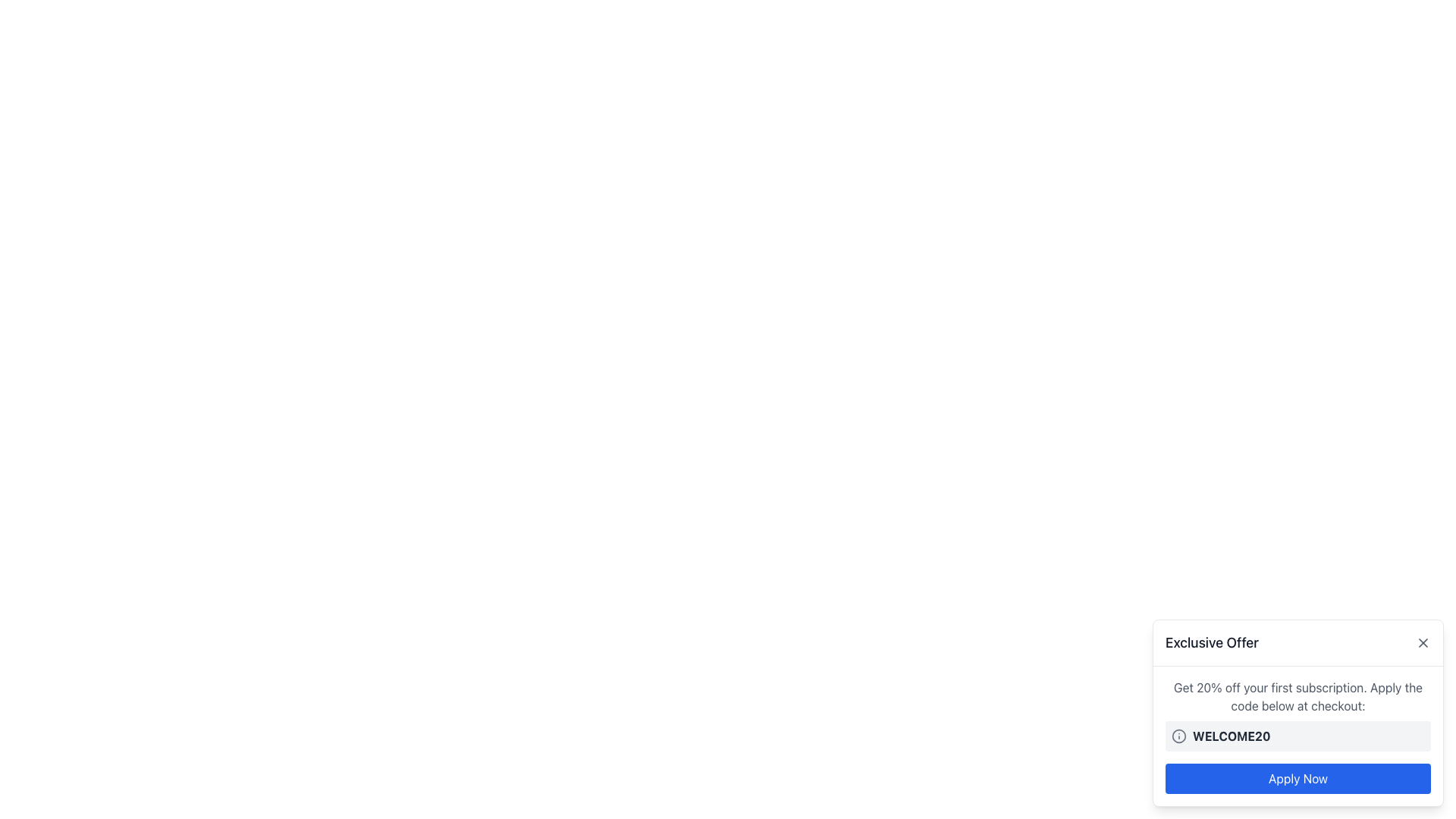 The width and height of the screenshot is (1456, 819). What do you see at coordinates (1422, 643) in the screenshot?
I see `the 'X' icon button in the top-right corner of the popup header` at bounding box center [1422, 643].